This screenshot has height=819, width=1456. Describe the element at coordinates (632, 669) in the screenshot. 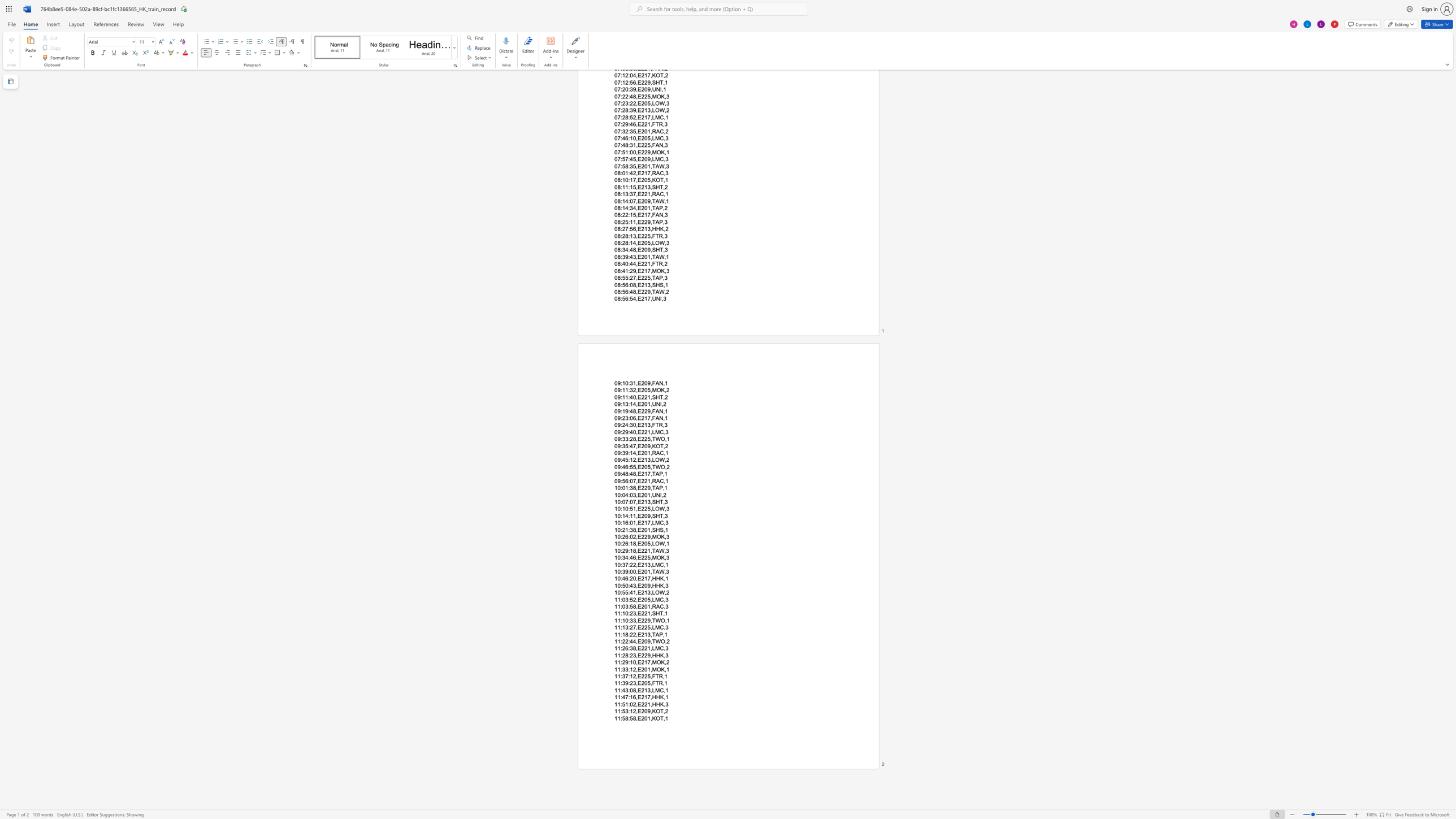

I see `the subset text "2,E20" within the text "11:33:12,E201,MOK,1"` at that location.